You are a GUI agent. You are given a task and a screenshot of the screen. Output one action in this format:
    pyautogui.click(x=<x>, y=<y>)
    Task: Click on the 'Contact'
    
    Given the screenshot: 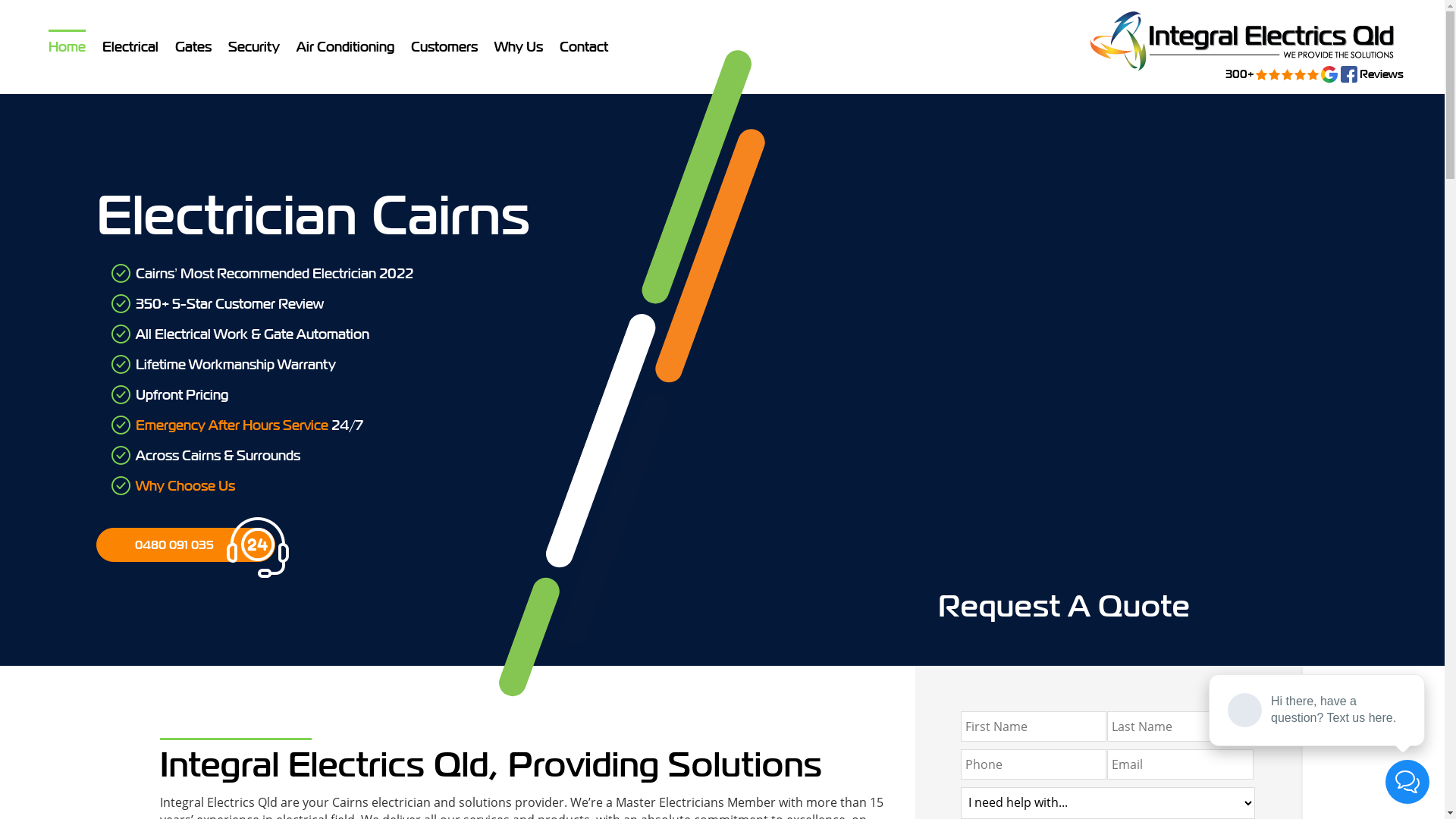 What is the action you would take?
    pyautogui.click(x=582, y=45)
    